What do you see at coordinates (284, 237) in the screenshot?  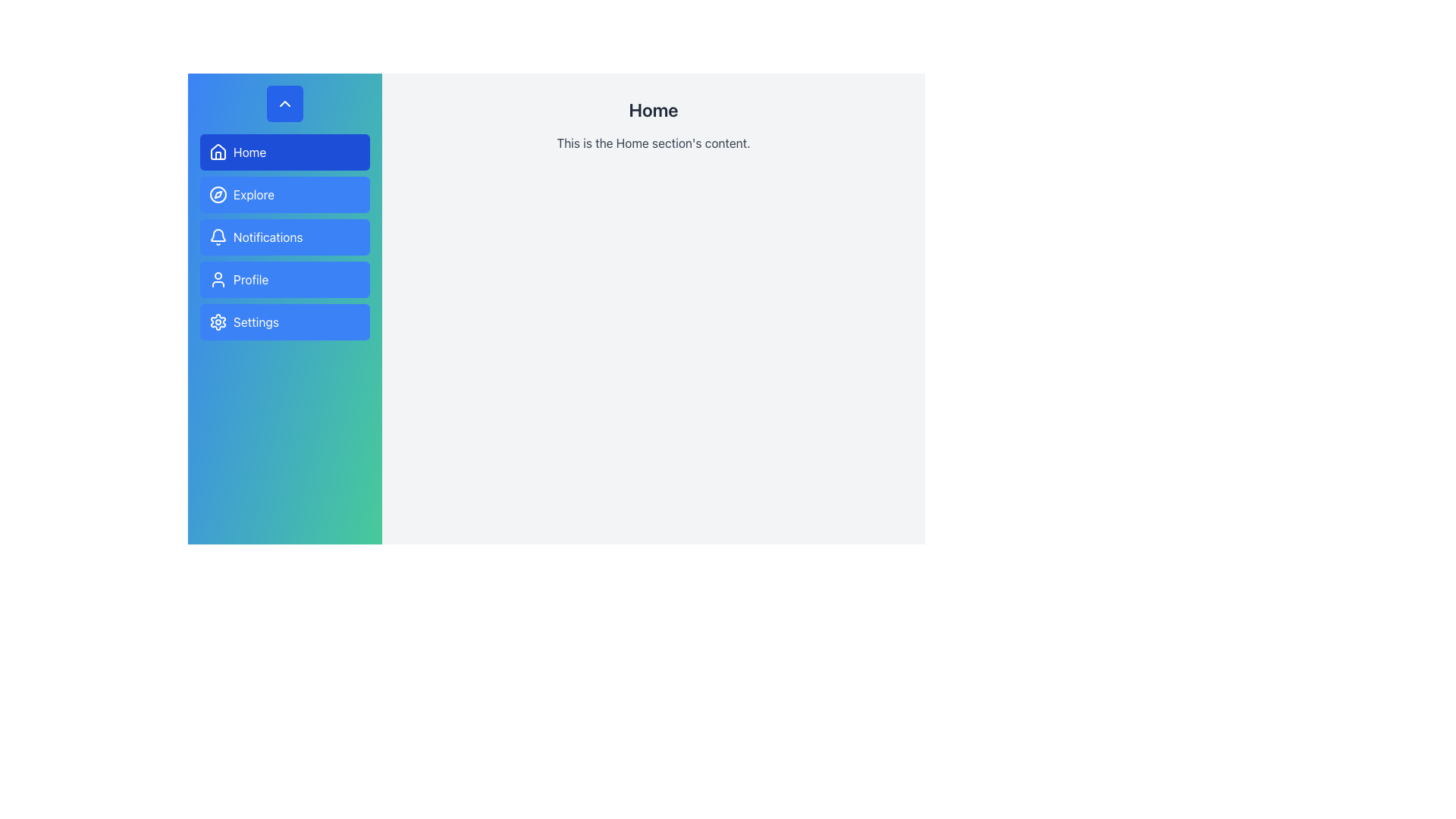 I see `the 'Notifications' button located between the 'Explore' button and the 'Profile' button in the sidebar menu` at bounding box center [284, 237].